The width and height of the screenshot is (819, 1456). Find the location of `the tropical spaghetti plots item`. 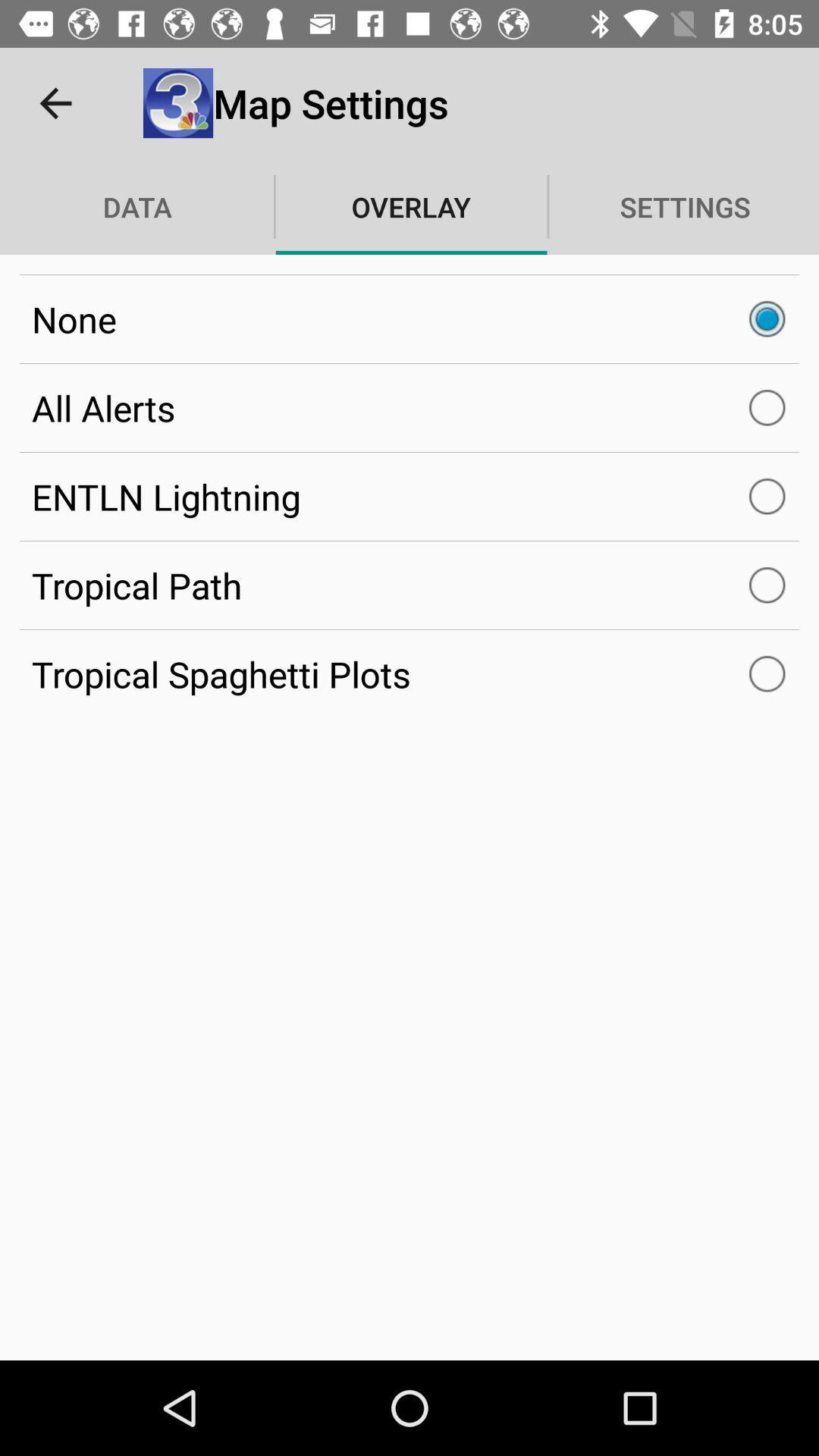

the tropical spaghetti plots item is located at coordinates (409, 673).